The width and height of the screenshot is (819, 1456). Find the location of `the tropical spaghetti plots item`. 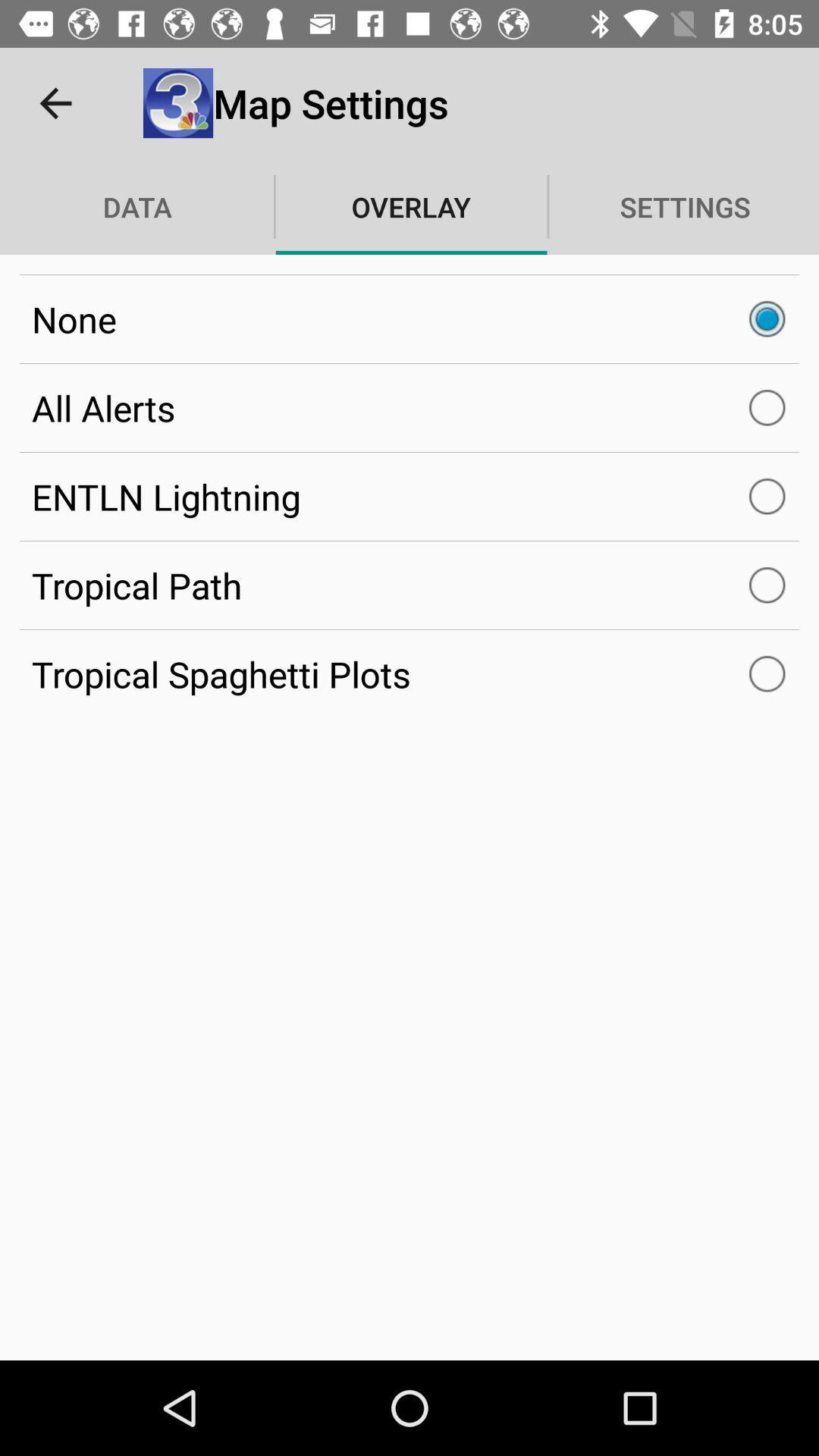

the tropical spaghetti plots item is located at coordinates (409, 673).